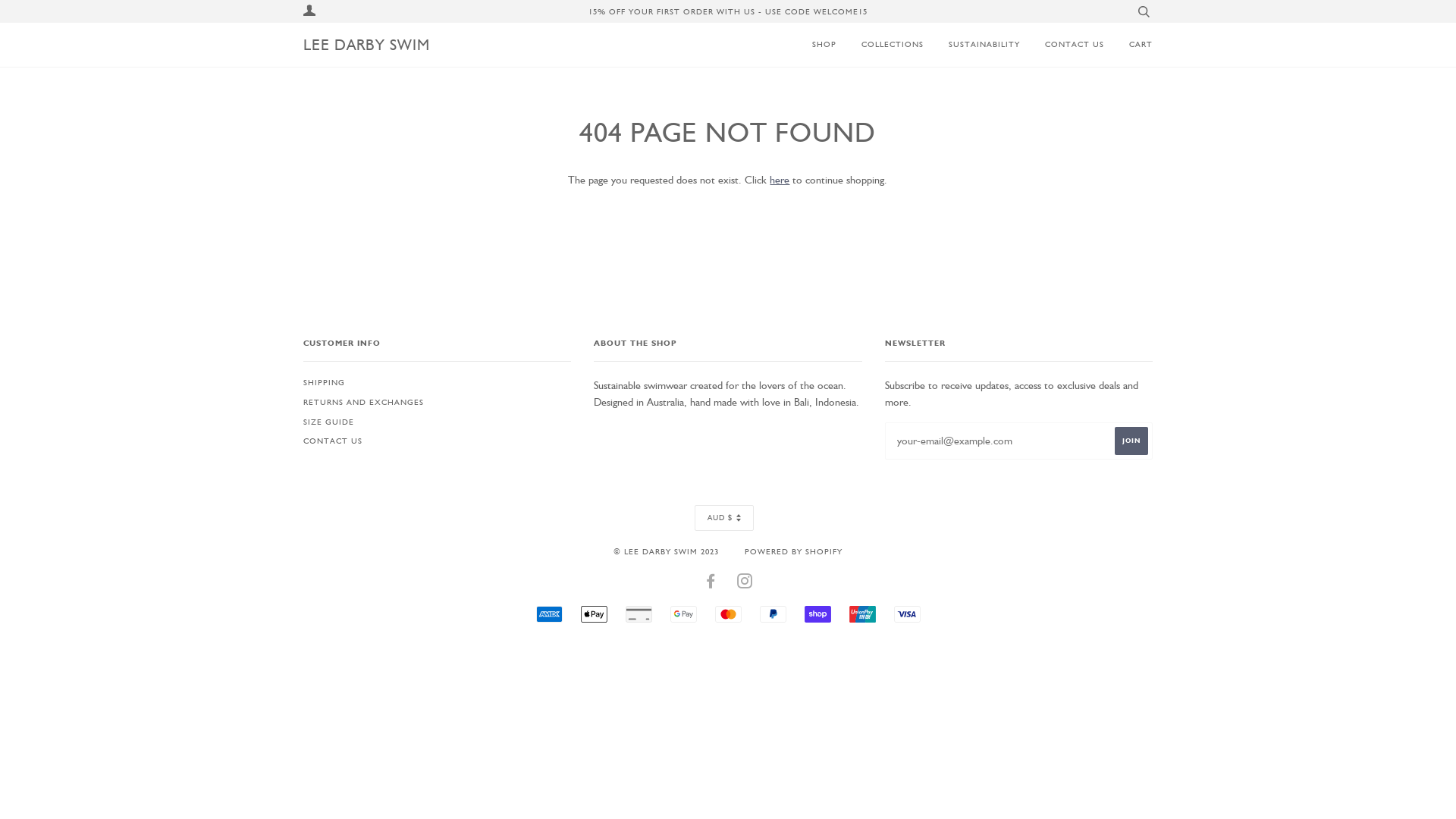 This screenshot has height=819, width=1456. Describe the element at coordinates (972, 43) in the screenshot. I see `'SUSTAINABILITY'` at that location.